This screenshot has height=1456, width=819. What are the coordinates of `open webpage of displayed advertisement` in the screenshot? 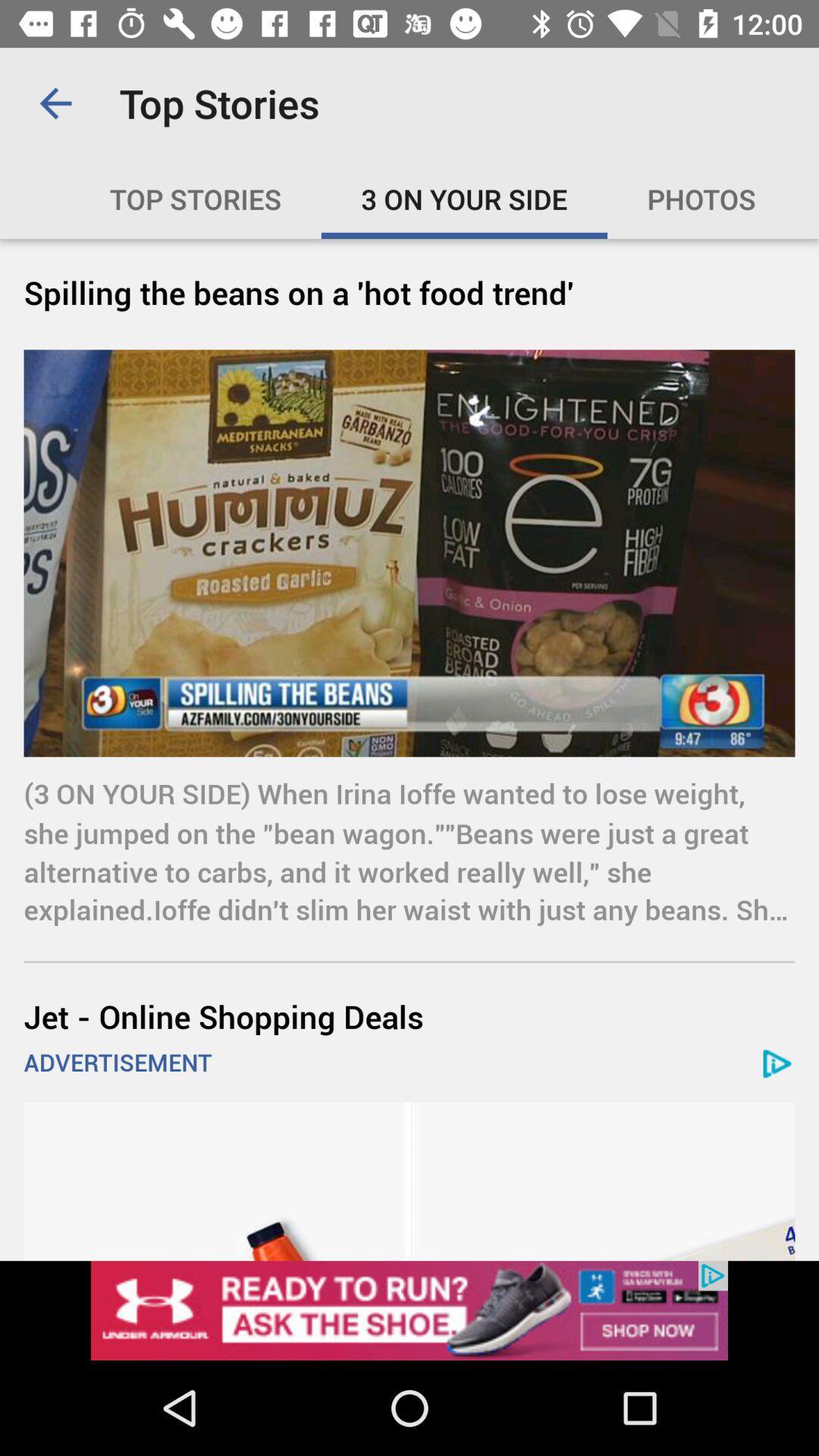 It's located at (409, 1310).